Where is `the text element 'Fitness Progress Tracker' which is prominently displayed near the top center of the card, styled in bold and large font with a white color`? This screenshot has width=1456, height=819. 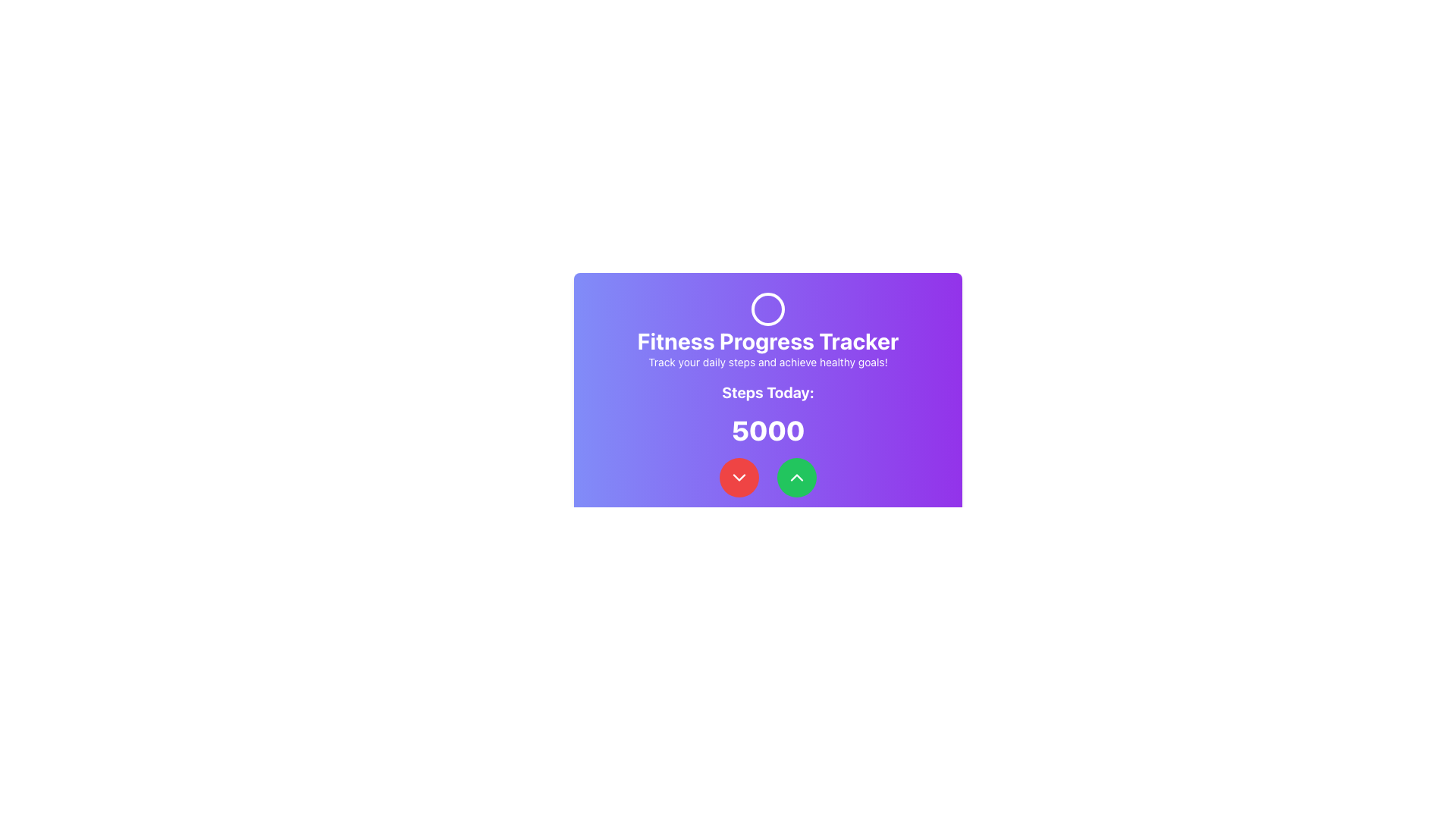 the text element 'Fitness Progress Tracker' which is prominently displayed near the top center of the card, styled in bold and large font with a white color is located at coordinates (767, 341).